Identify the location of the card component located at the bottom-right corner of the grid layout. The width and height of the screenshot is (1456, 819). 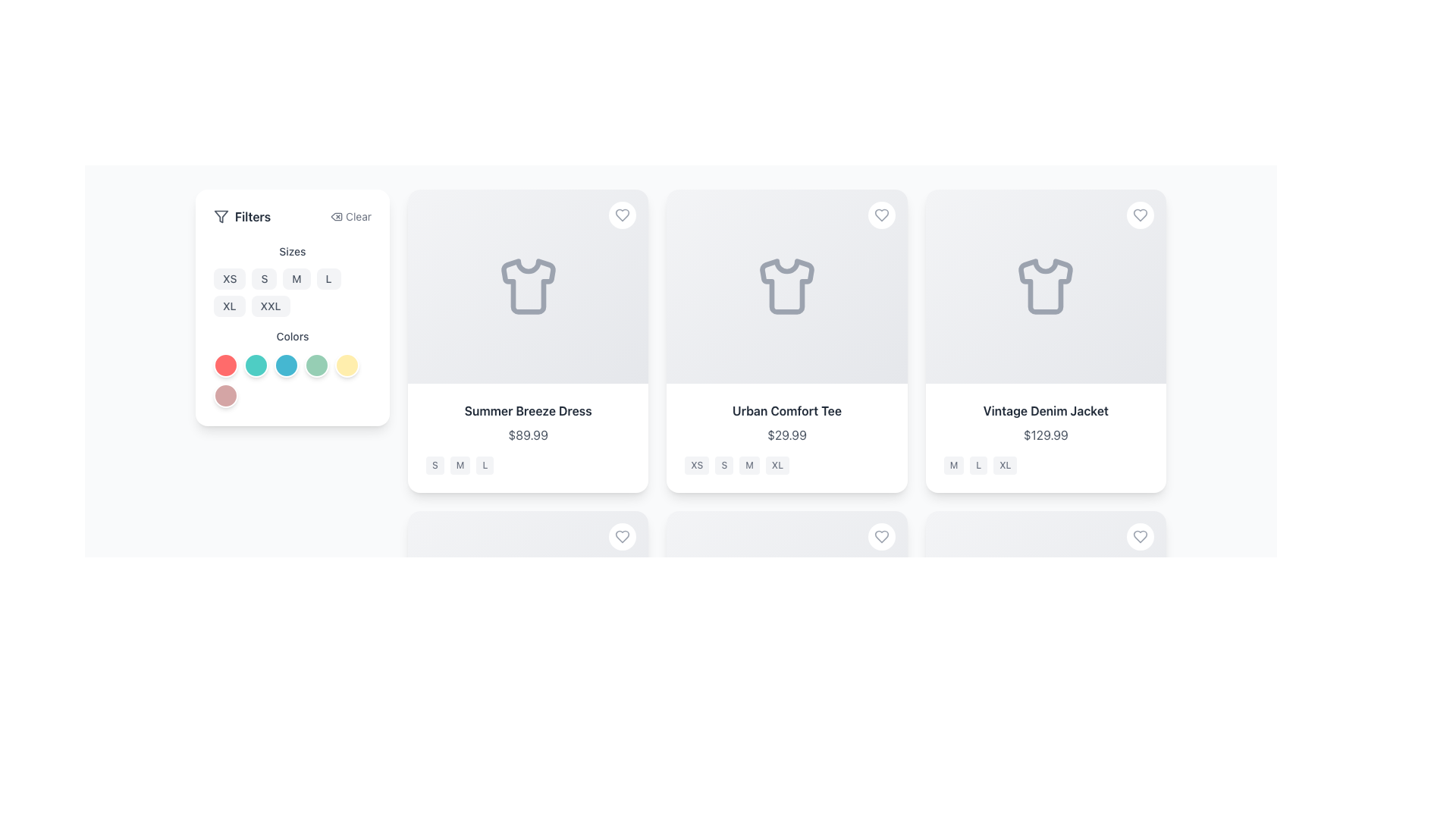
(1045, 662).